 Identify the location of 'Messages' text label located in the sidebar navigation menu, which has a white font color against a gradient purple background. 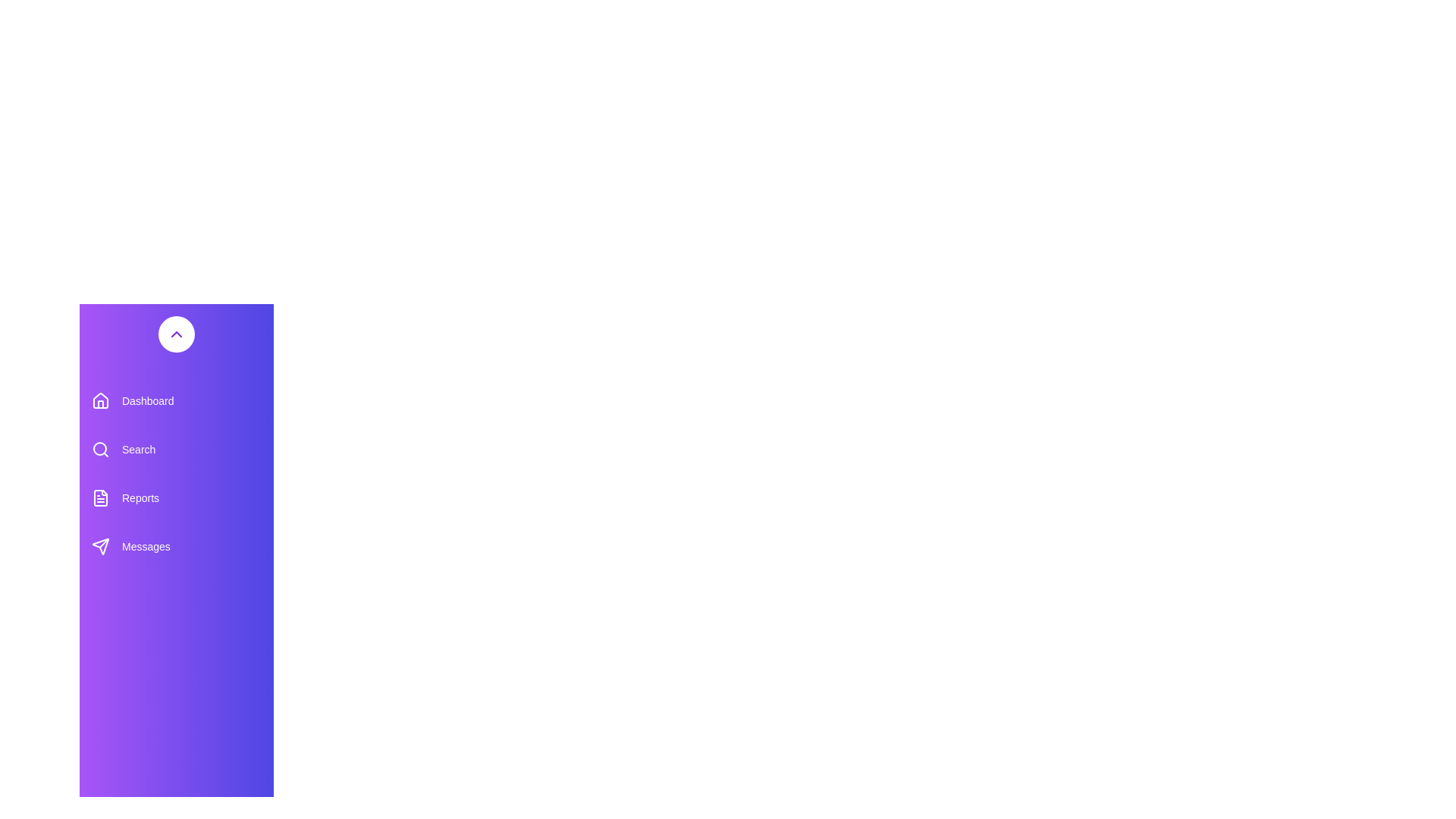
(146, 547).